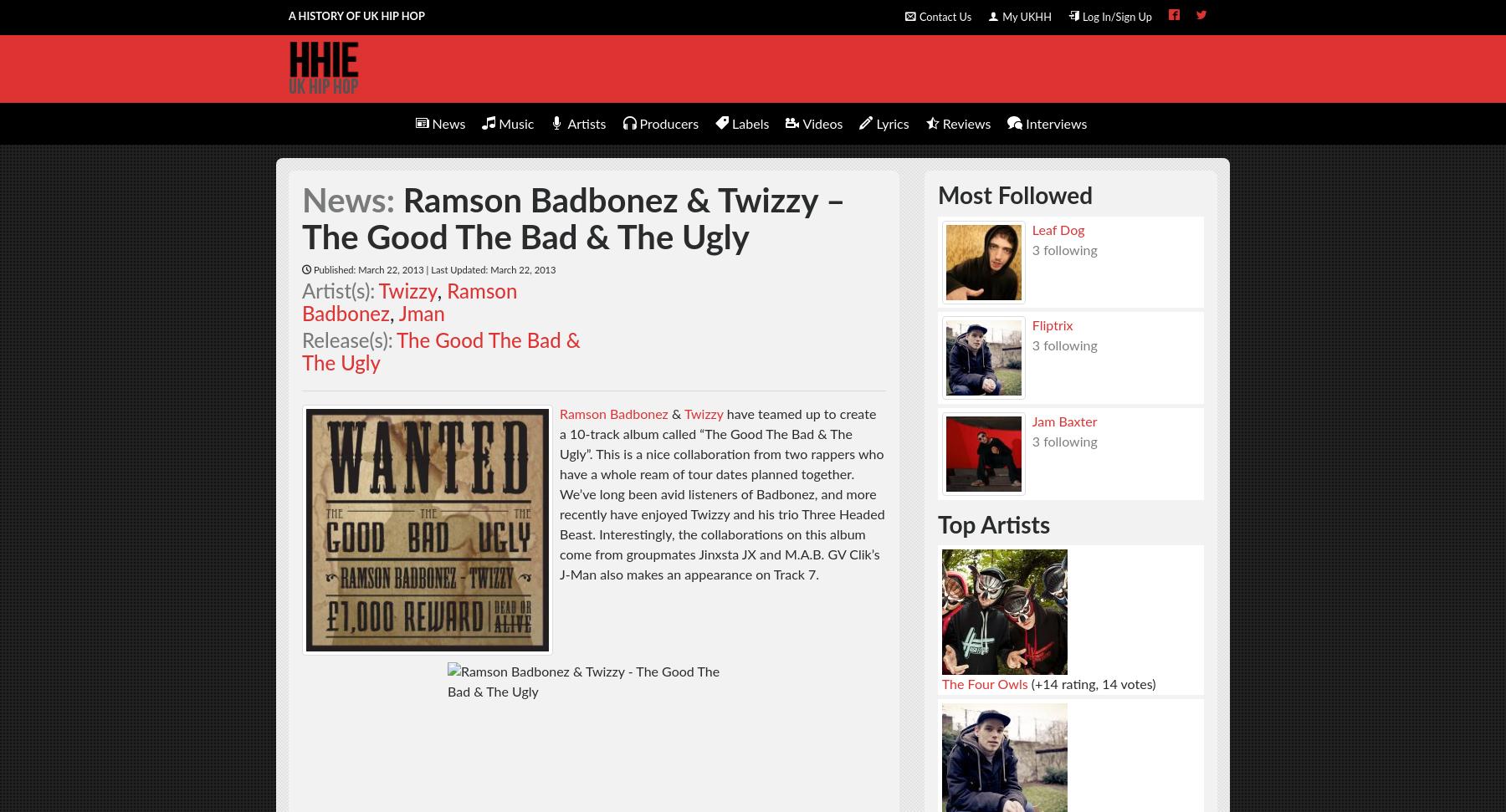 This screenshot has width=1506, height=812. I want to click on 'Leaf Dog', so click(1058, 228).